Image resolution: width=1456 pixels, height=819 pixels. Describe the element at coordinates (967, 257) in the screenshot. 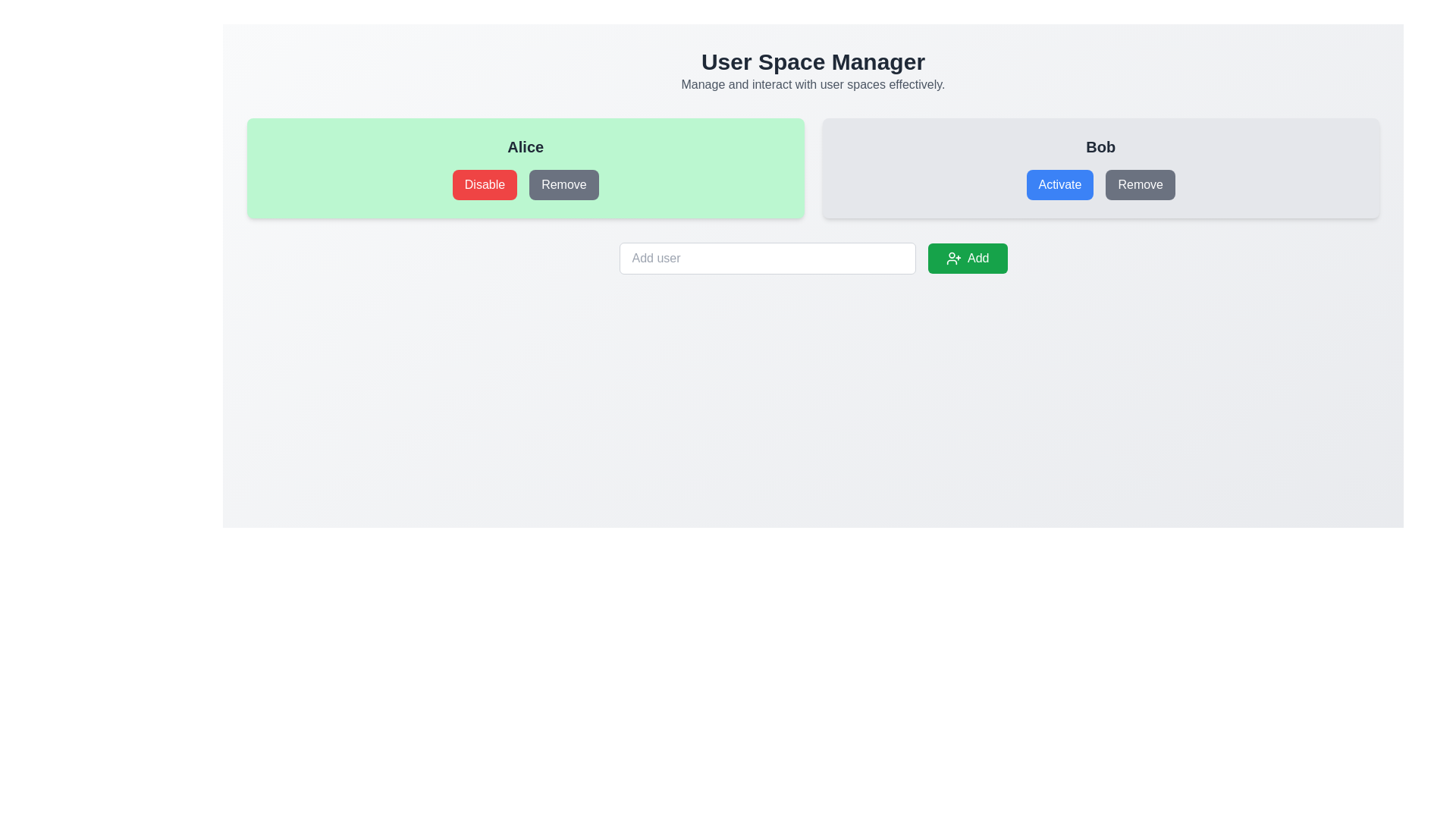

I see `the green 'Add' button with a user icon to activate visual feedback` at that location.